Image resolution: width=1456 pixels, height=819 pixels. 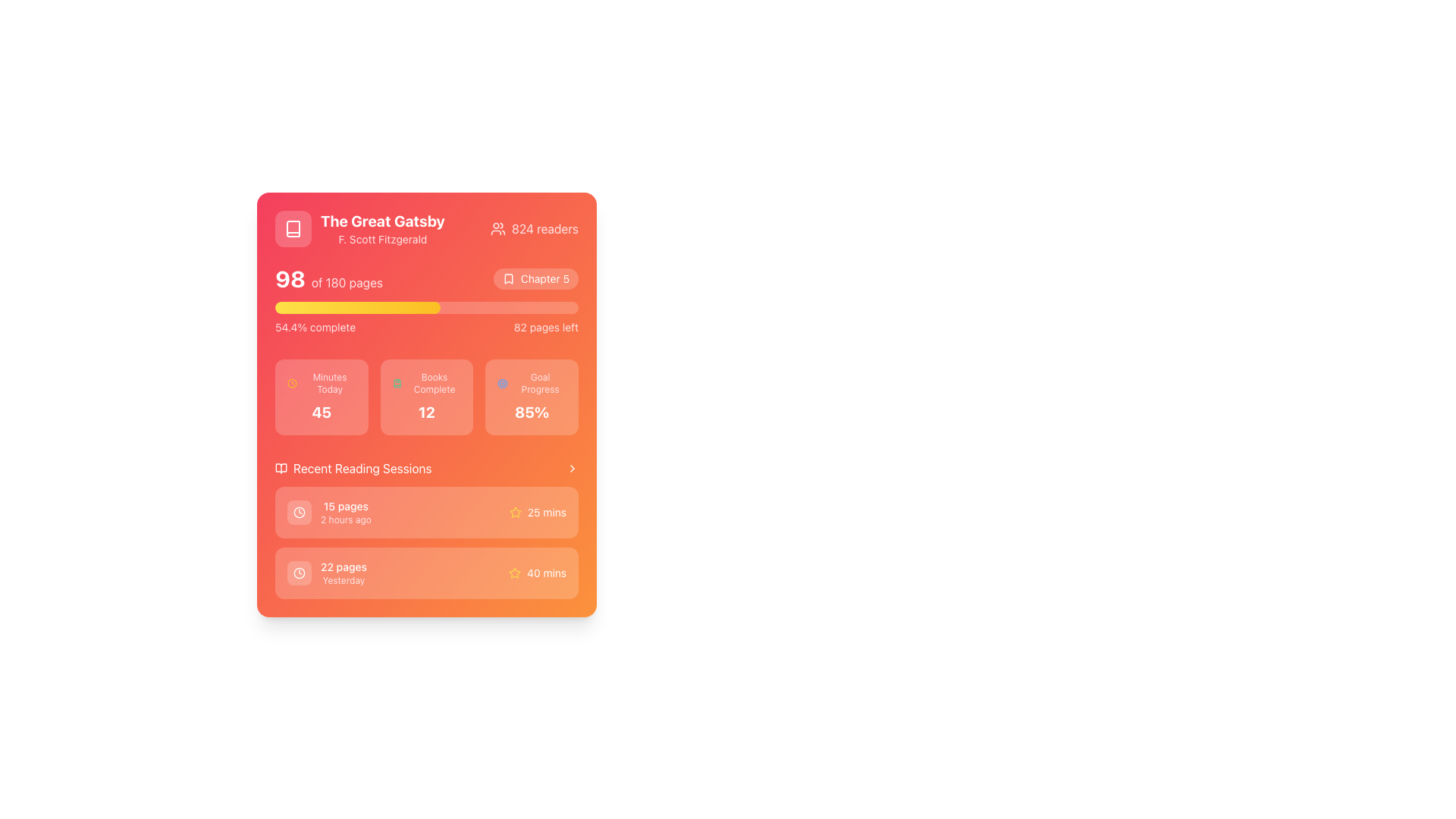 What do you see at coordinates (299, 512) in the screenshot?
I see `the icon that indicates the time spent on the associated reading session, located to the left of the text displaying '15 pages' and '2 hours ago' in the recent reading sessions section of the dashboard` at bounding box center [299, 512].